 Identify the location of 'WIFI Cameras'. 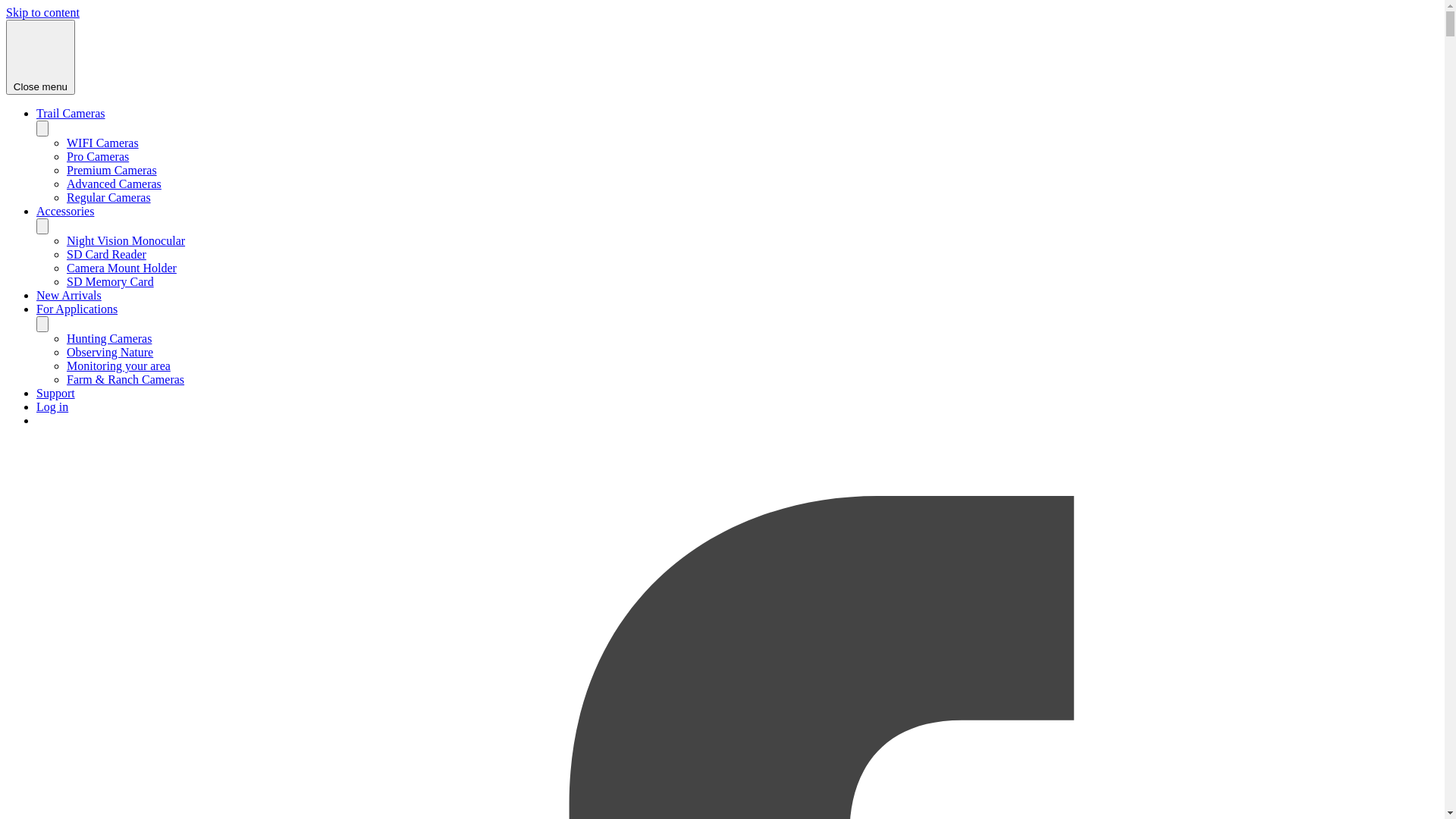
(102, 143).